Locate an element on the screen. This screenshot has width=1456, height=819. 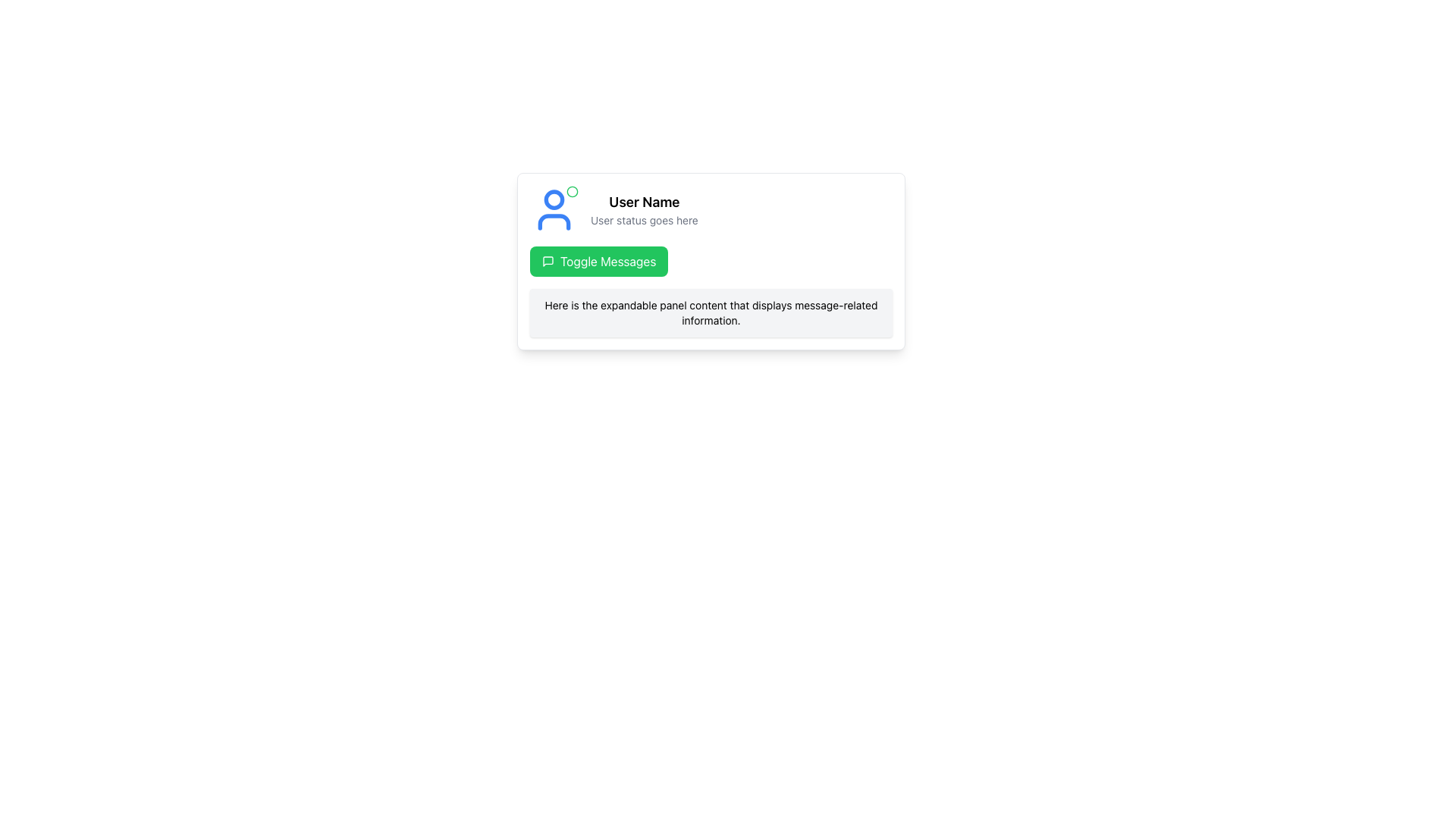
the Display panel with a gray background and rounded corners that contains the message-related information text is located at coordinates (710, 312).